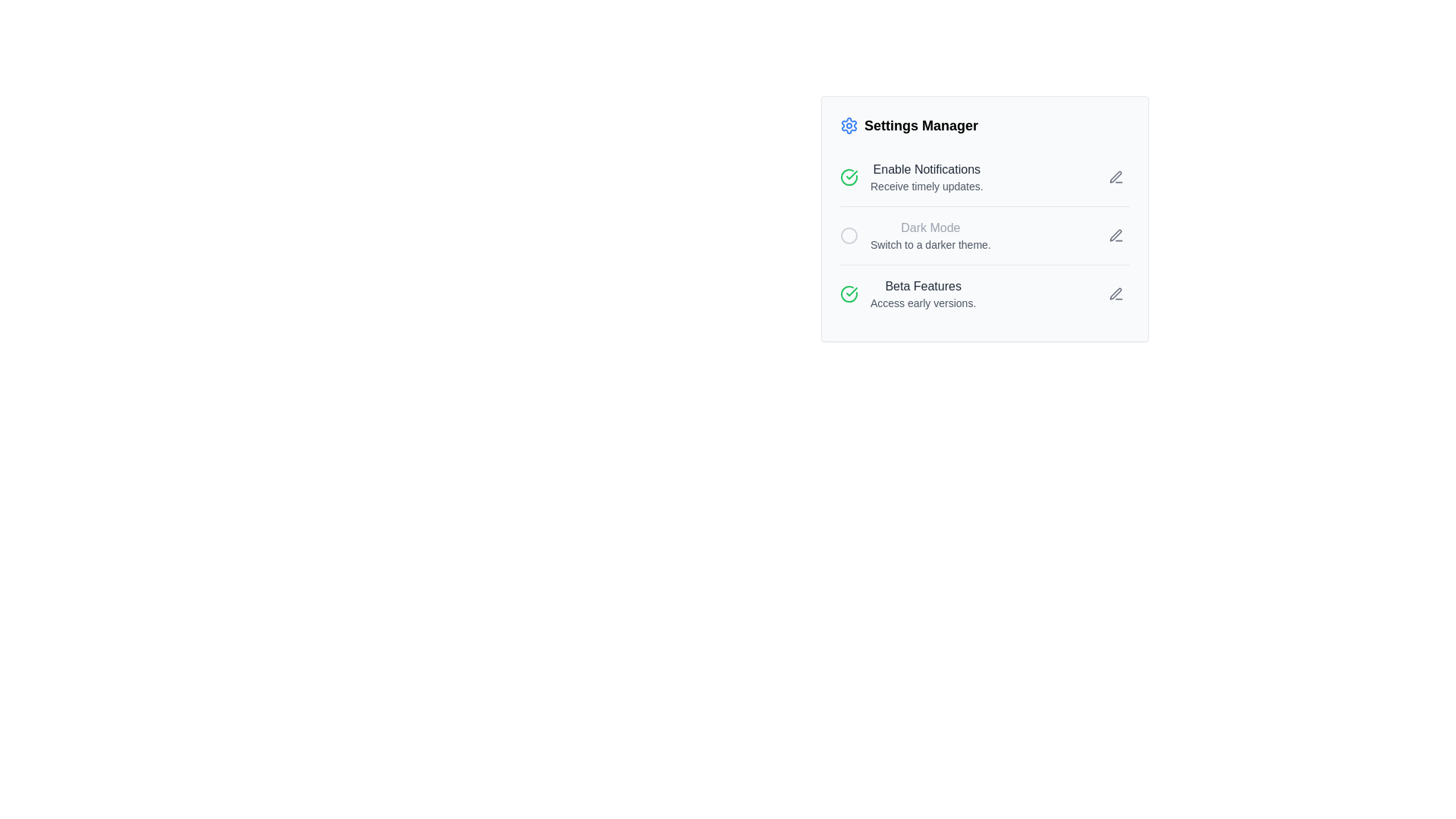  What do you see at coordinates (920, 124) in the screenshot?
I see `the 'Settings Manager' text label, which is styled with a bold font and serves as a title or heading, located adjacent to a gear icon` at bounding box center [920, 124].